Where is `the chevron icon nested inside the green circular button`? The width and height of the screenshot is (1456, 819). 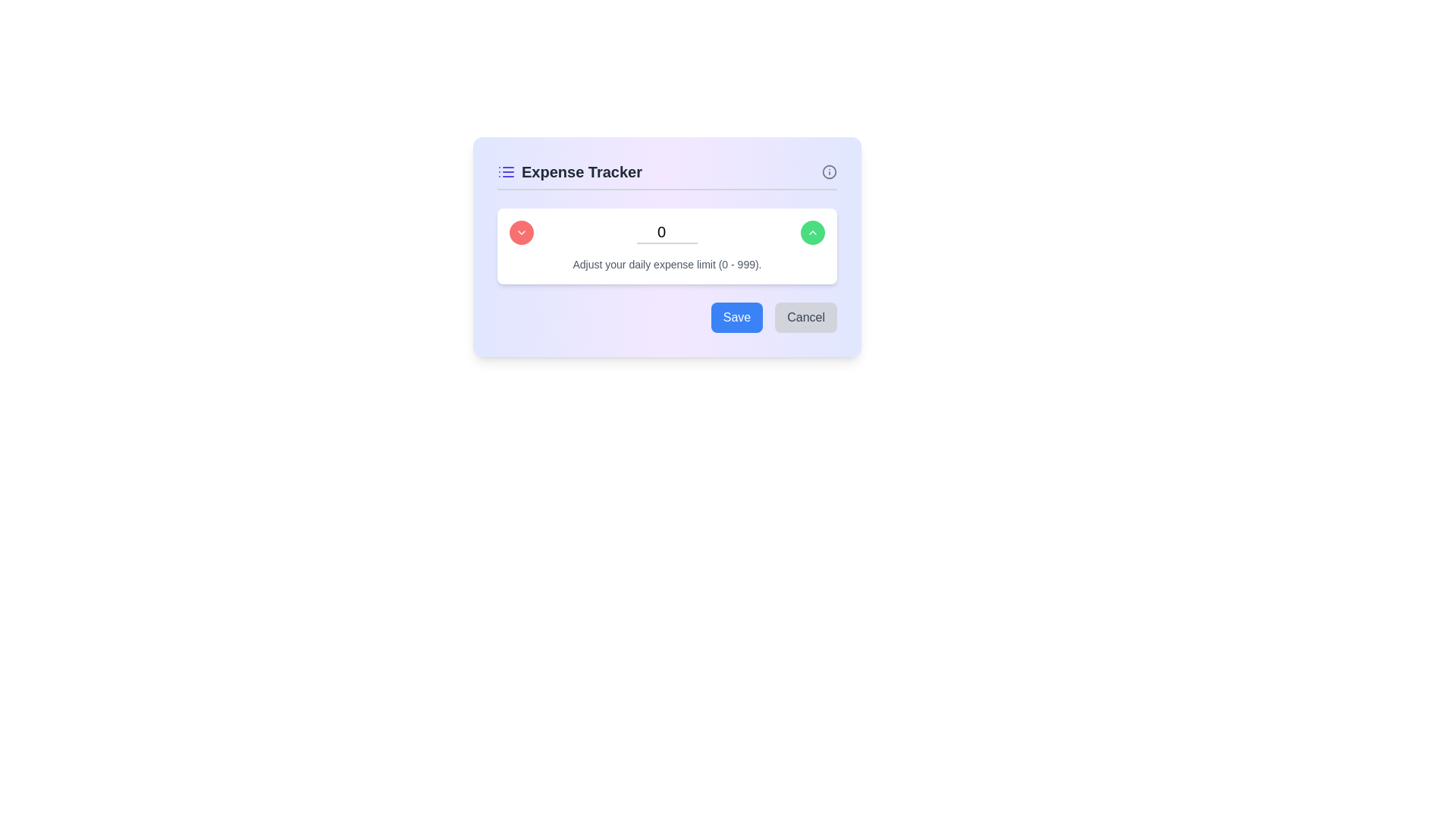
the chevron icon nested inside the green circular button is located at coordinates (811, 233).